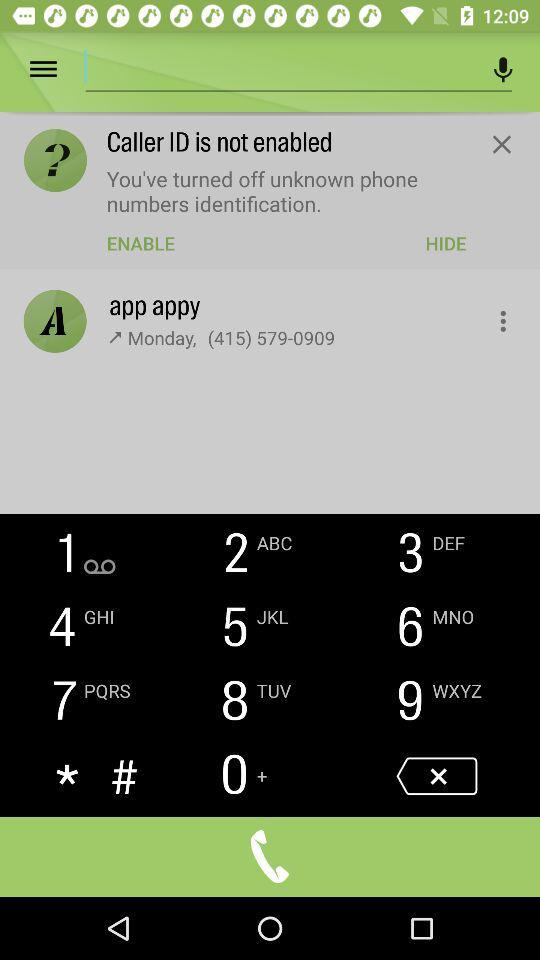  Describe the element at coordinates (280, 66) in the screenshot. I see `field to input phone number` at that location.